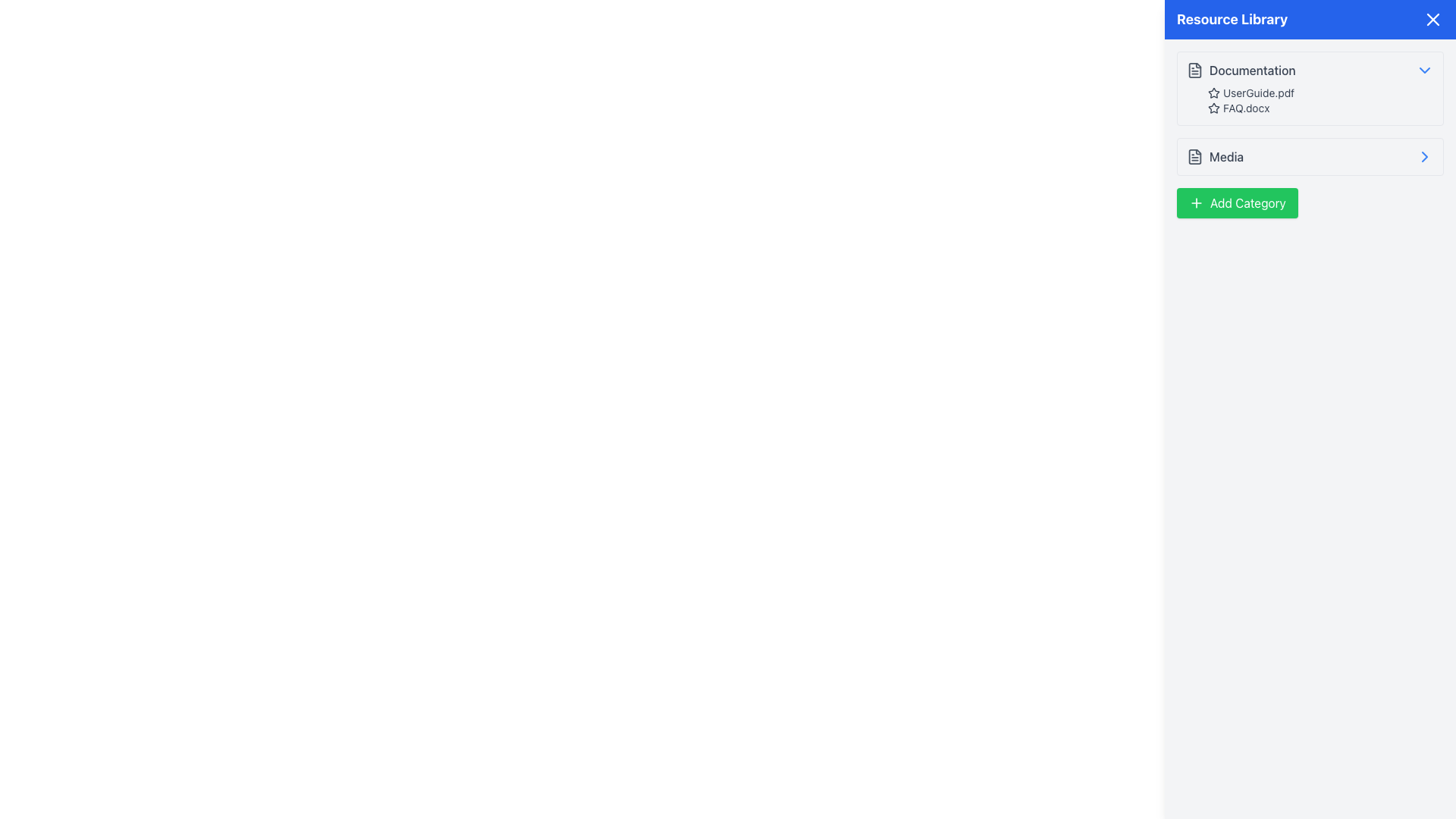 Image resolution: width=1456 pixels, height=819 pixels. What do you see at coordinates (1423, 70) in the screenshot?
I see `the chevron icon that serves as a toggle for expanding or collapsing the 'Documentation' section in the 'Resource Library' pane` at bounding box center [1423, 70].